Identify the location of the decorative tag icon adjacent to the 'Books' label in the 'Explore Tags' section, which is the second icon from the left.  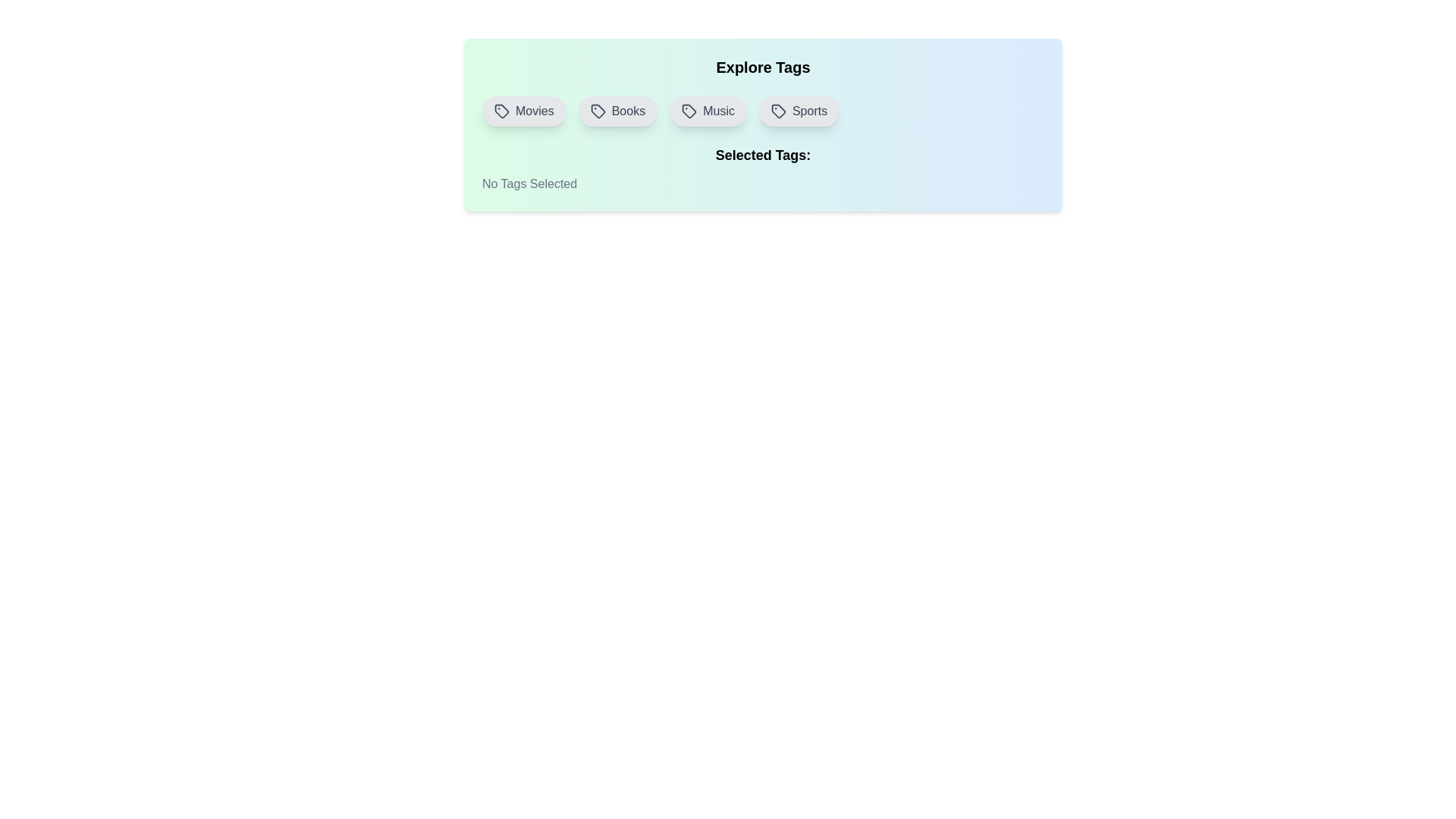
(597, 110).